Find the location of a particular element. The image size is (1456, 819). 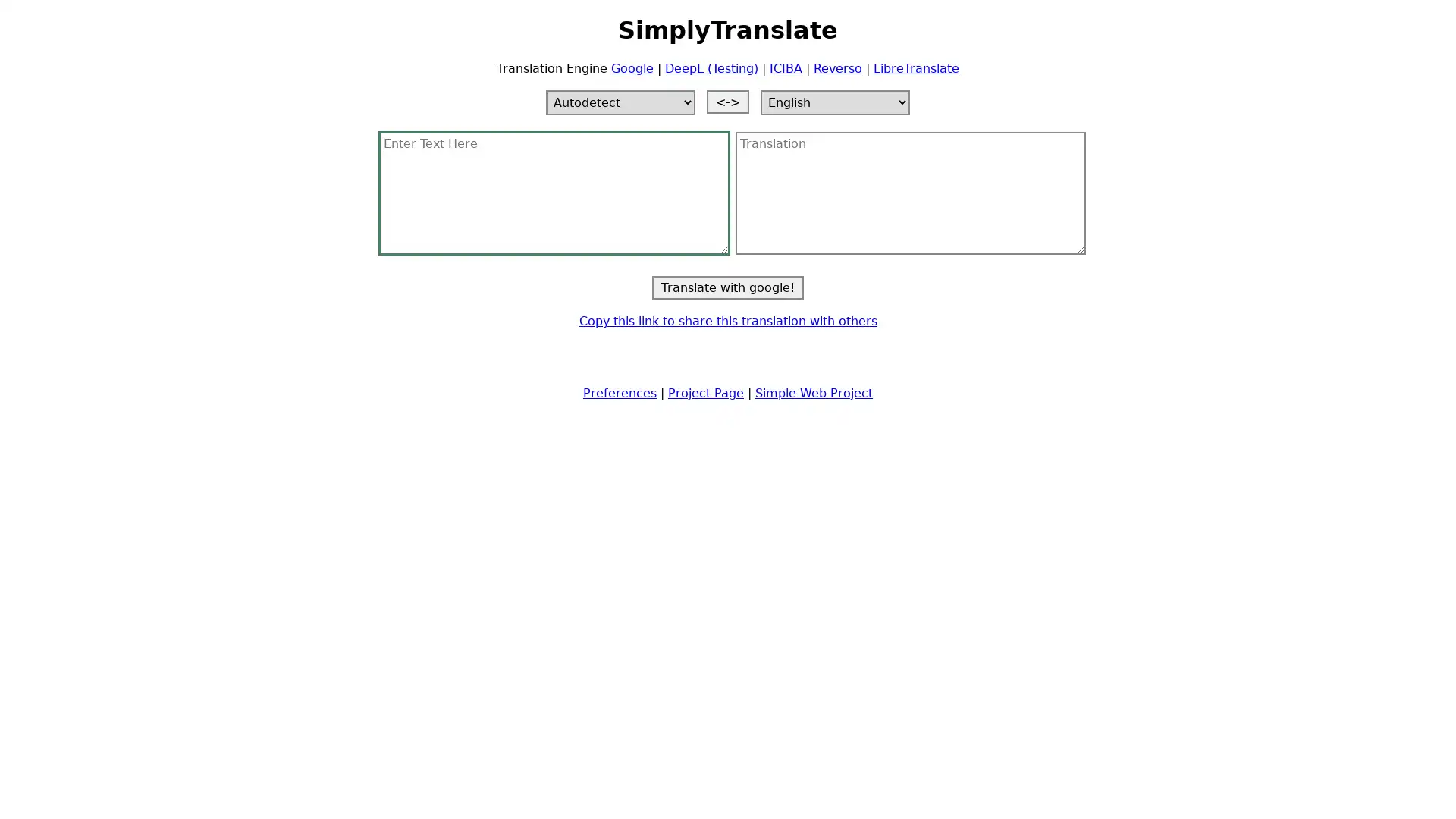

Translate with google! is located at coordinates (728, 287).